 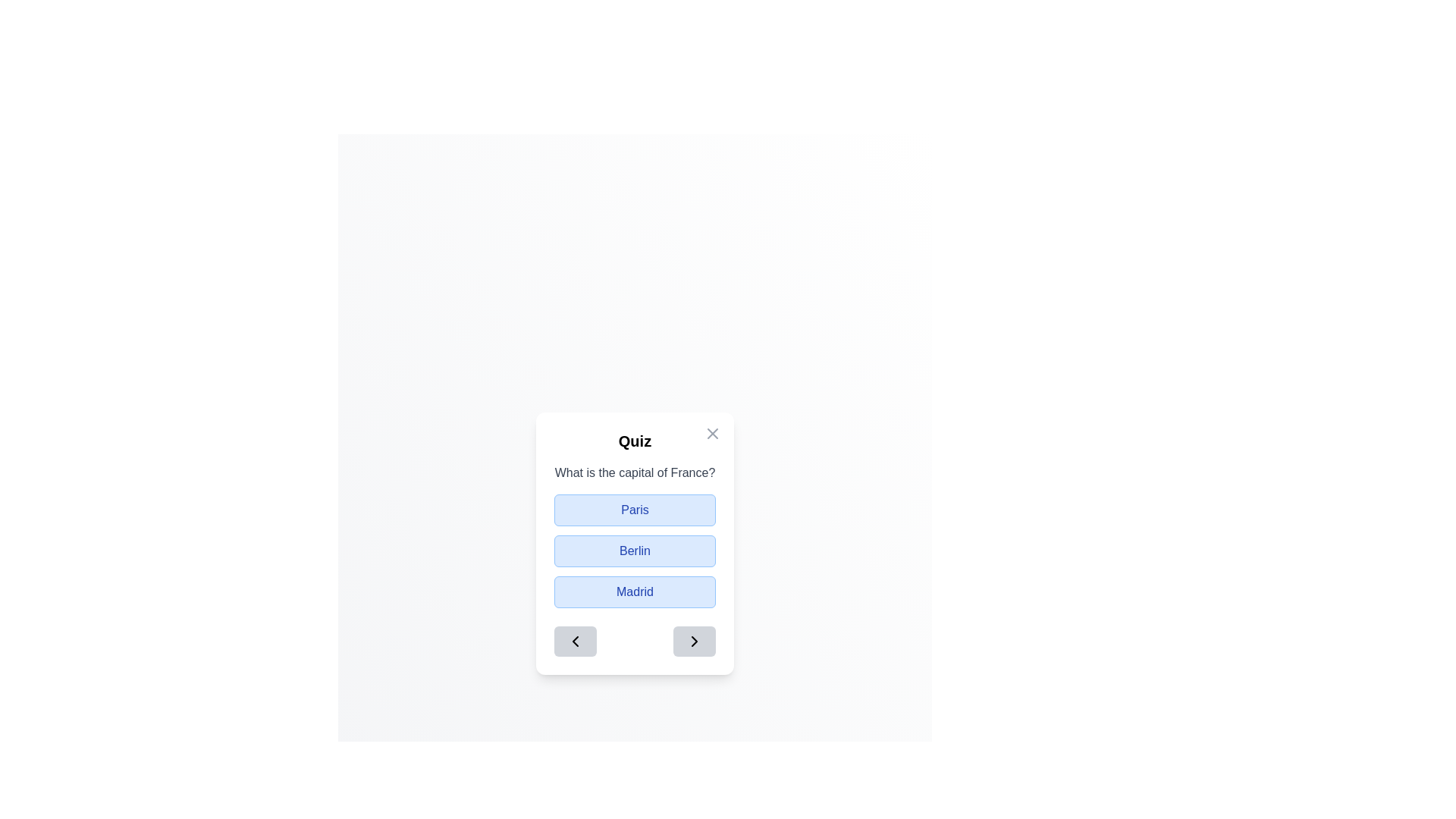 I want to click on the leftward-pointing chevron arrow icon embedded in the button, so click(x=574, y=641).